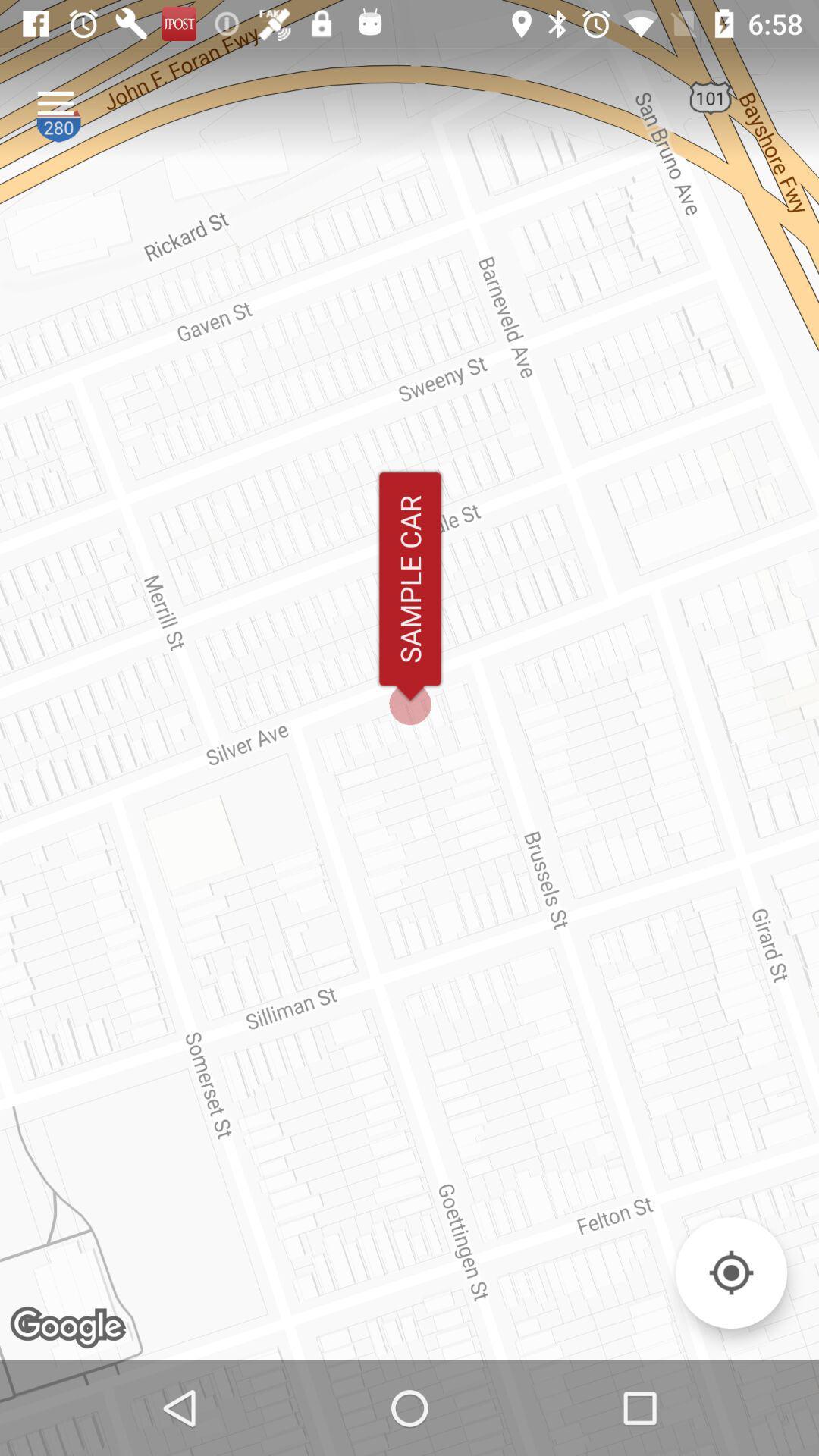 This screenshot has width=819, height=1456. What do you see at coordinates (730, 1272) in the screenshot?
I see `current location` at bounding box center [730, 1272].